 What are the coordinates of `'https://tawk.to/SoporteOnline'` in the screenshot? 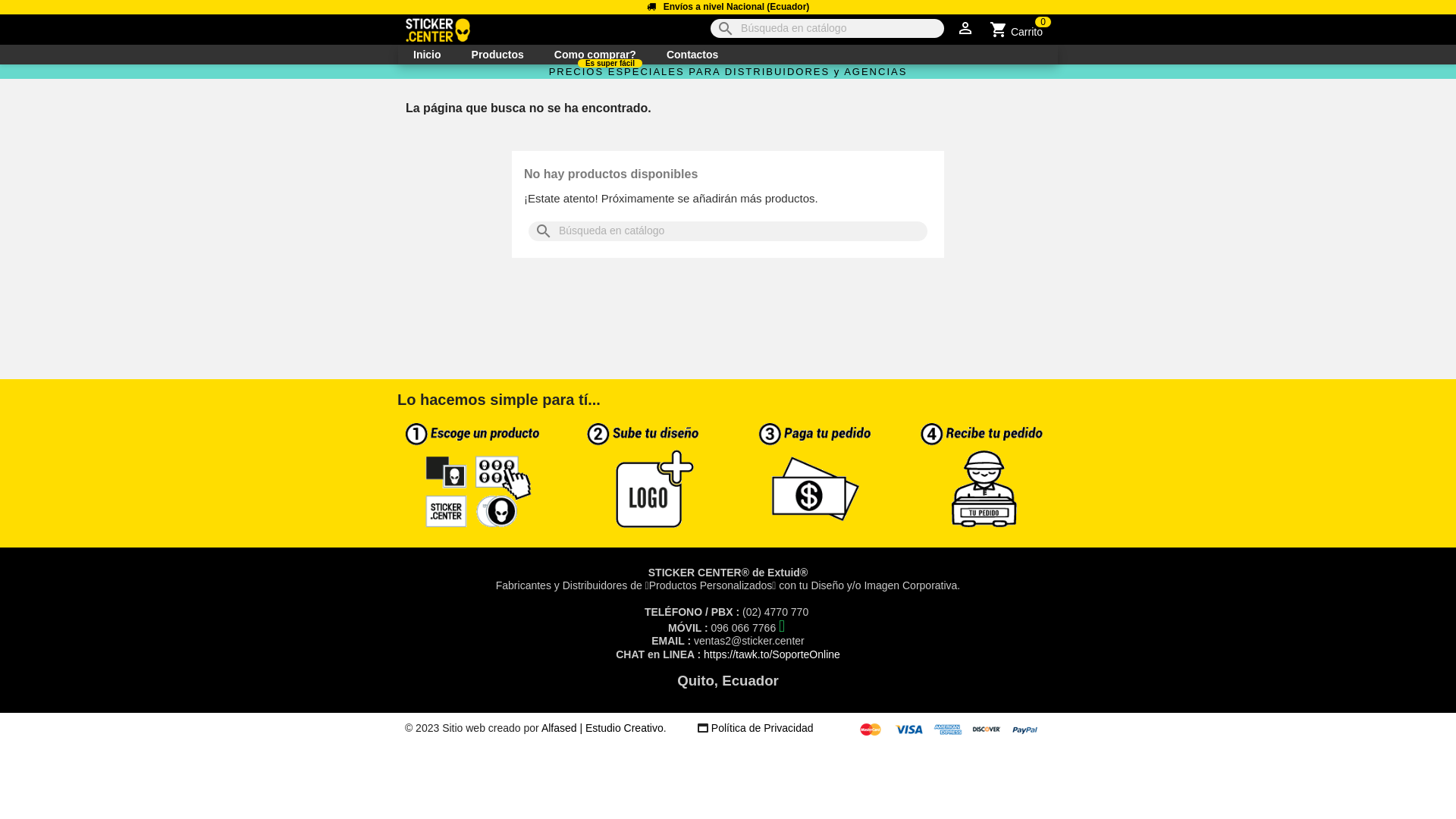 It's located at (771, 654).